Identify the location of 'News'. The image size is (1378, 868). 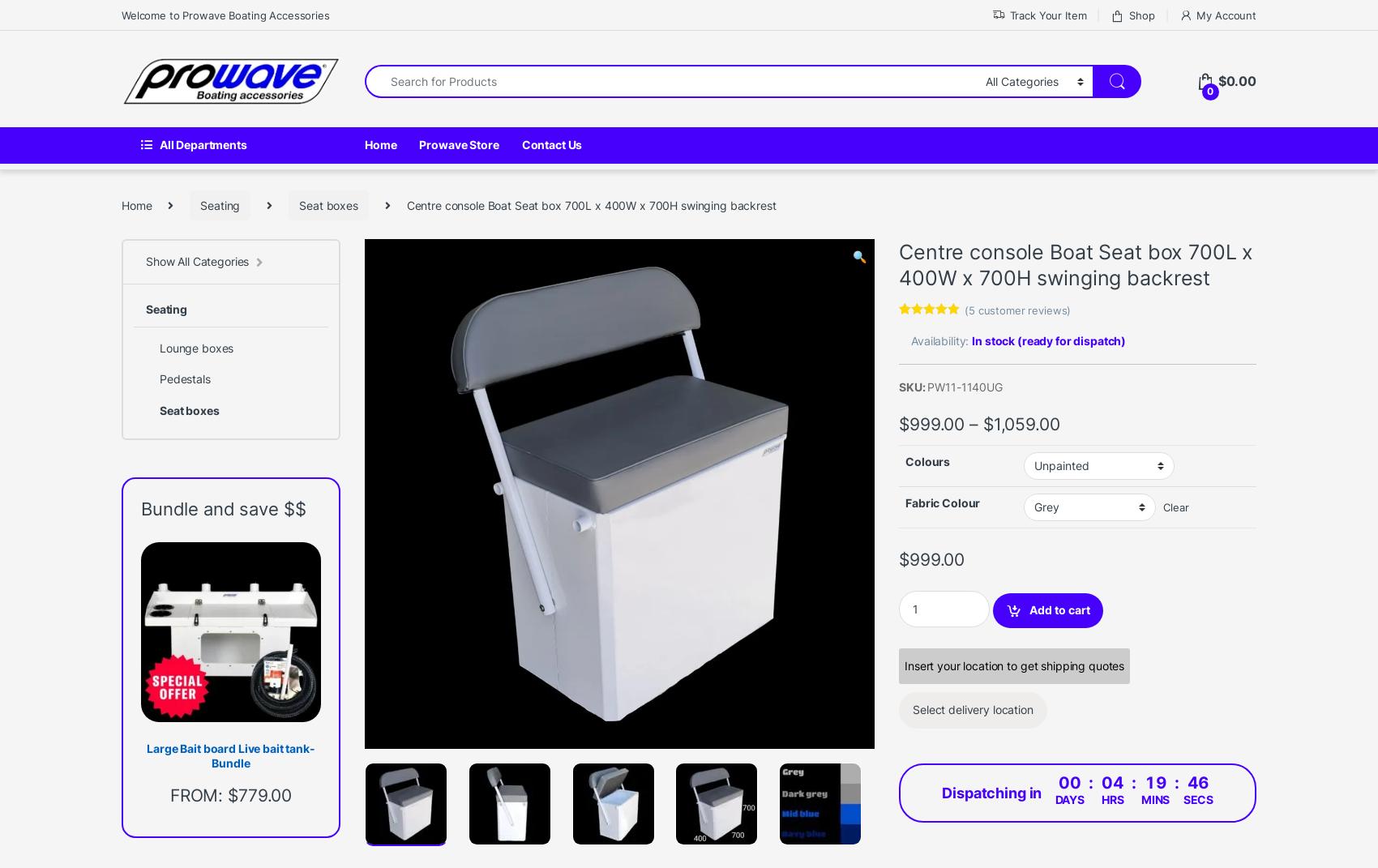
(828, 840).